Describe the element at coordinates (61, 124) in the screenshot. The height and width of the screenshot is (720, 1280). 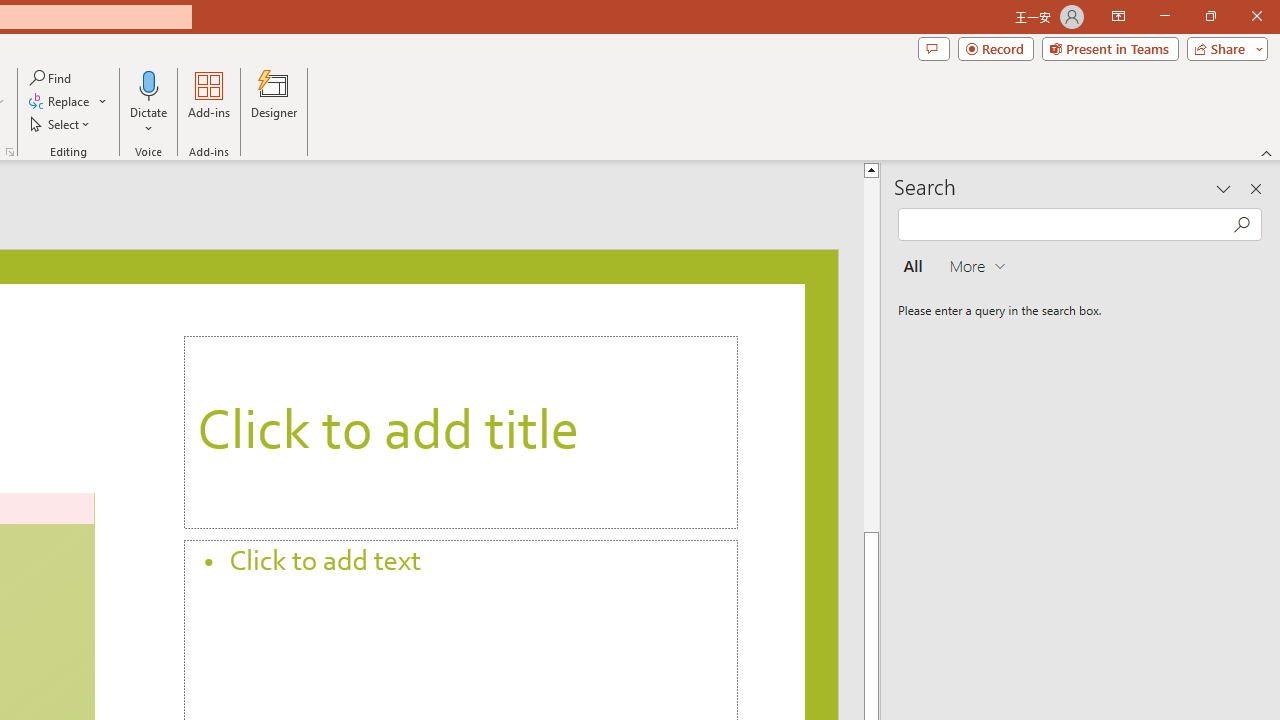
I see `'Select'` at that location.